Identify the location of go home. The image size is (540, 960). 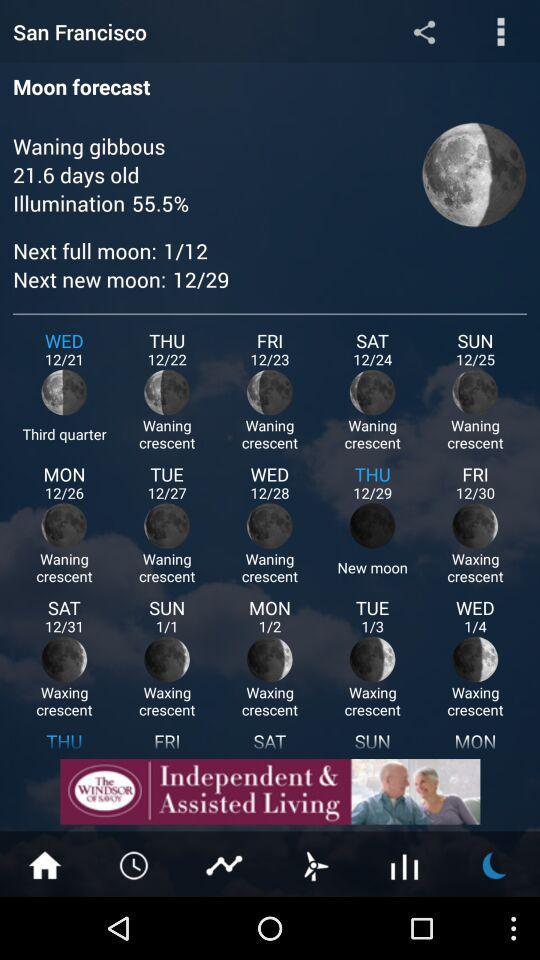
(44, 863).